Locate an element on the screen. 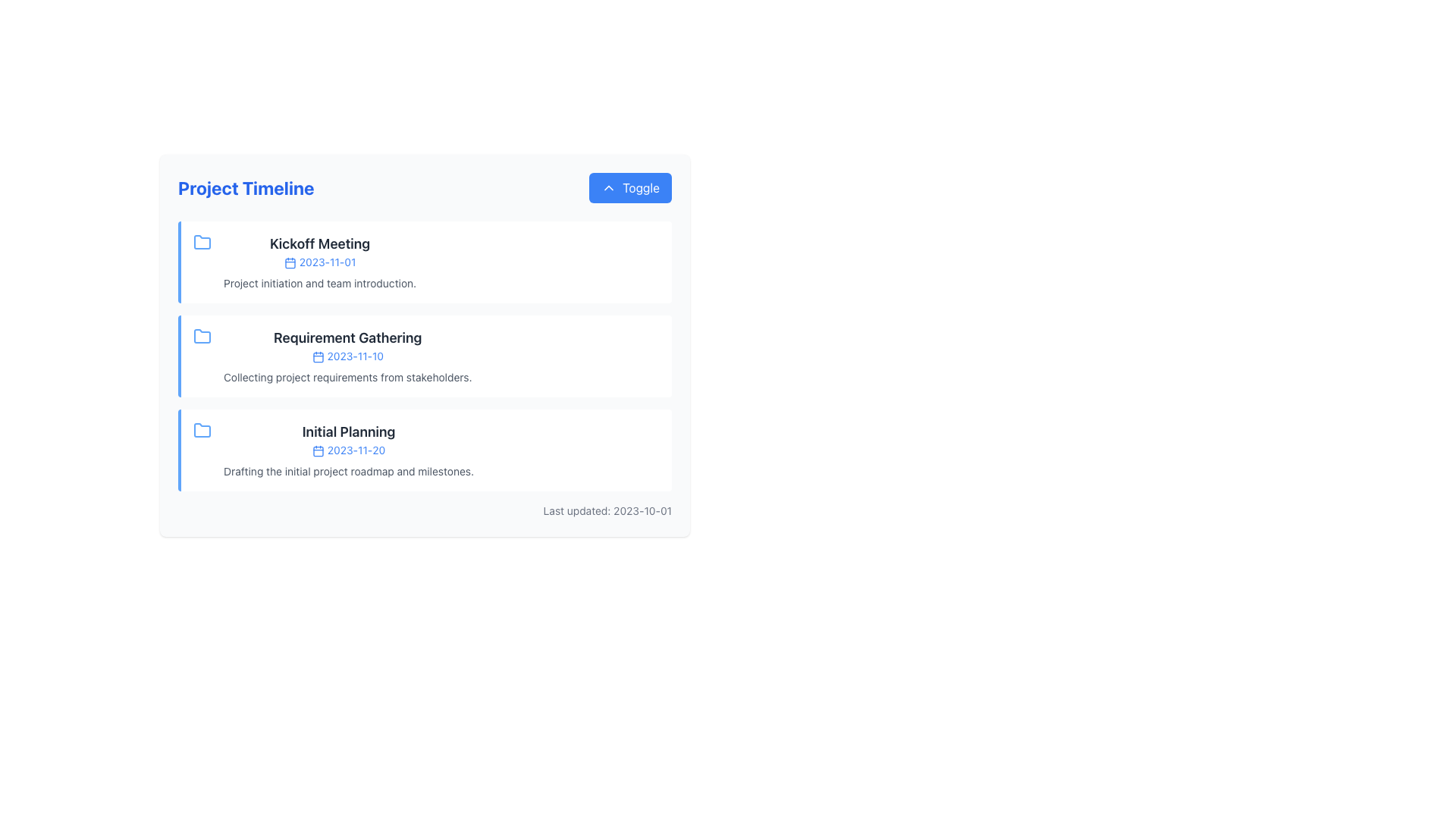 This screenshot has width=1456, height=819. the calendar icon located to the left of the text '2023-11-10' in the 'Requirement Gathering' row of the timeline interface is located at coordinates (317, 357).